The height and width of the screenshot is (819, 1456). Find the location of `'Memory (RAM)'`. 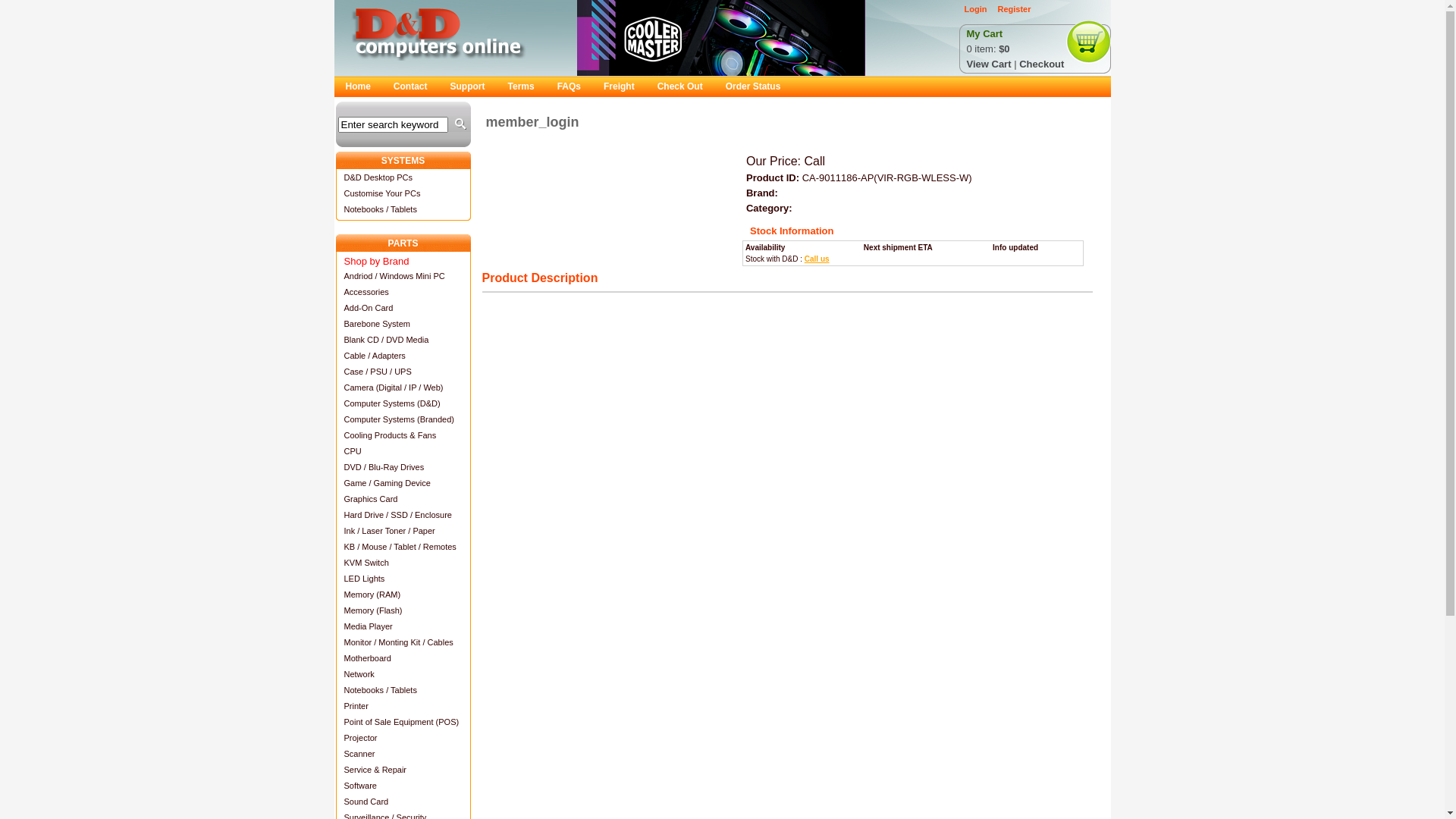

'Memory (RAM)' is located at coordinates (403, 593).